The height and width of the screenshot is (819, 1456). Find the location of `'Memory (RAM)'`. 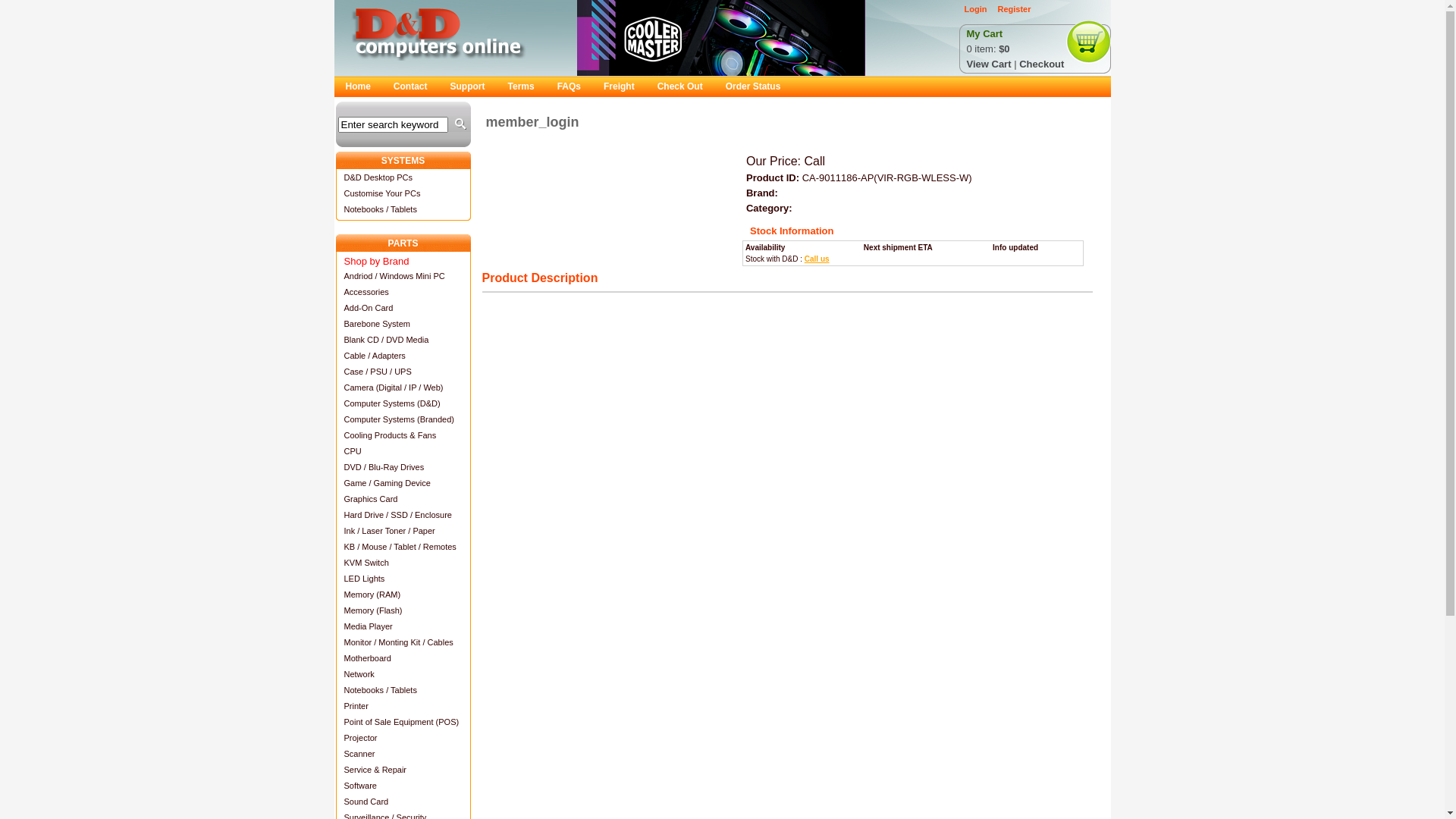

'Memory (RAM)' is located at coordinates (403, 593).